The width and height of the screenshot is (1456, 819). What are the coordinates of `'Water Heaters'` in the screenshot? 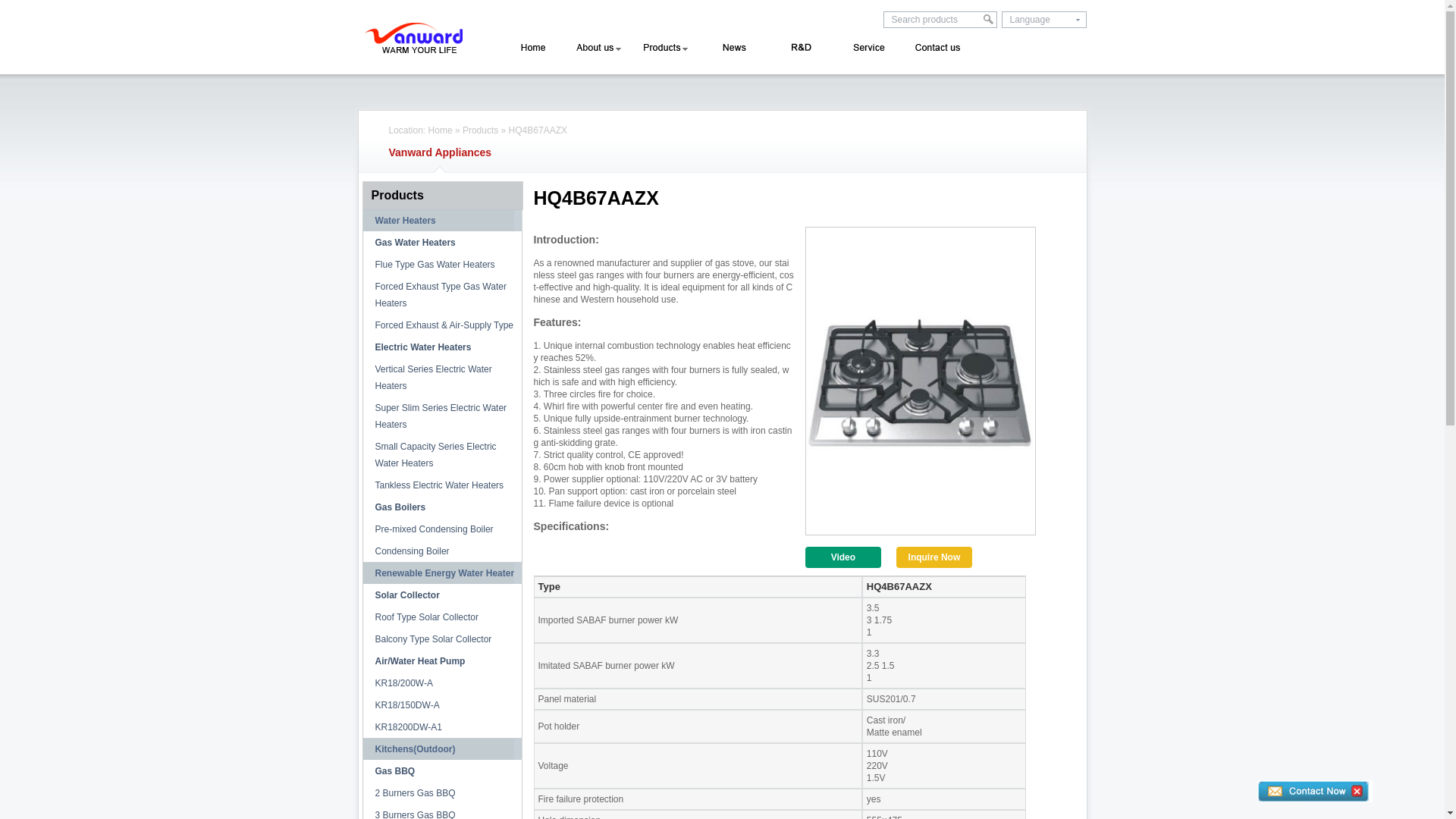 It's located at (362, 220).